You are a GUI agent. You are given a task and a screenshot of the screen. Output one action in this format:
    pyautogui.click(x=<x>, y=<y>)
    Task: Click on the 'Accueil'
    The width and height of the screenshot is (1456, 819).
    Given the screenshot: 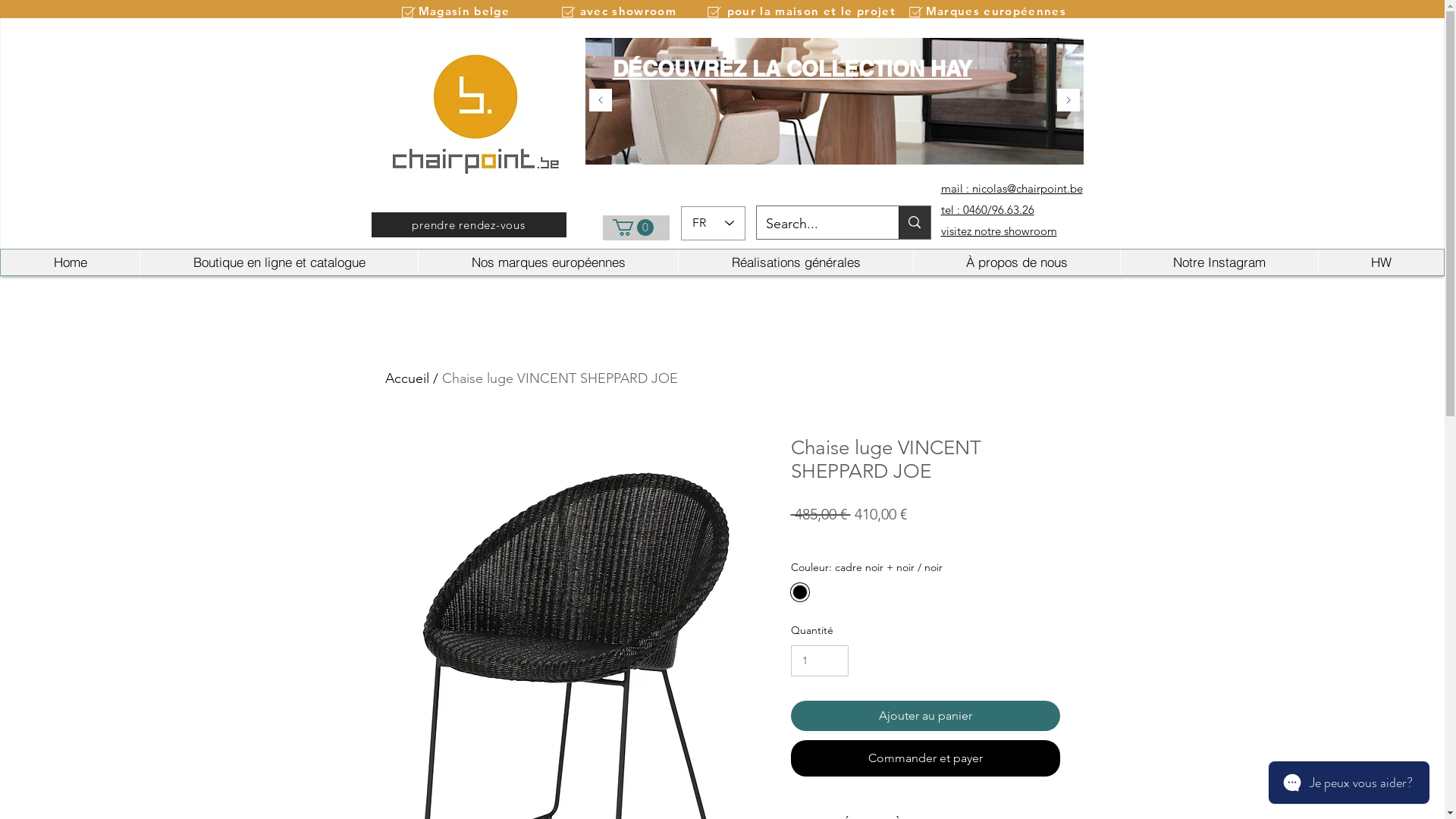 What is the action you would take?
    pyautogui.click(x=407, y=377)
    